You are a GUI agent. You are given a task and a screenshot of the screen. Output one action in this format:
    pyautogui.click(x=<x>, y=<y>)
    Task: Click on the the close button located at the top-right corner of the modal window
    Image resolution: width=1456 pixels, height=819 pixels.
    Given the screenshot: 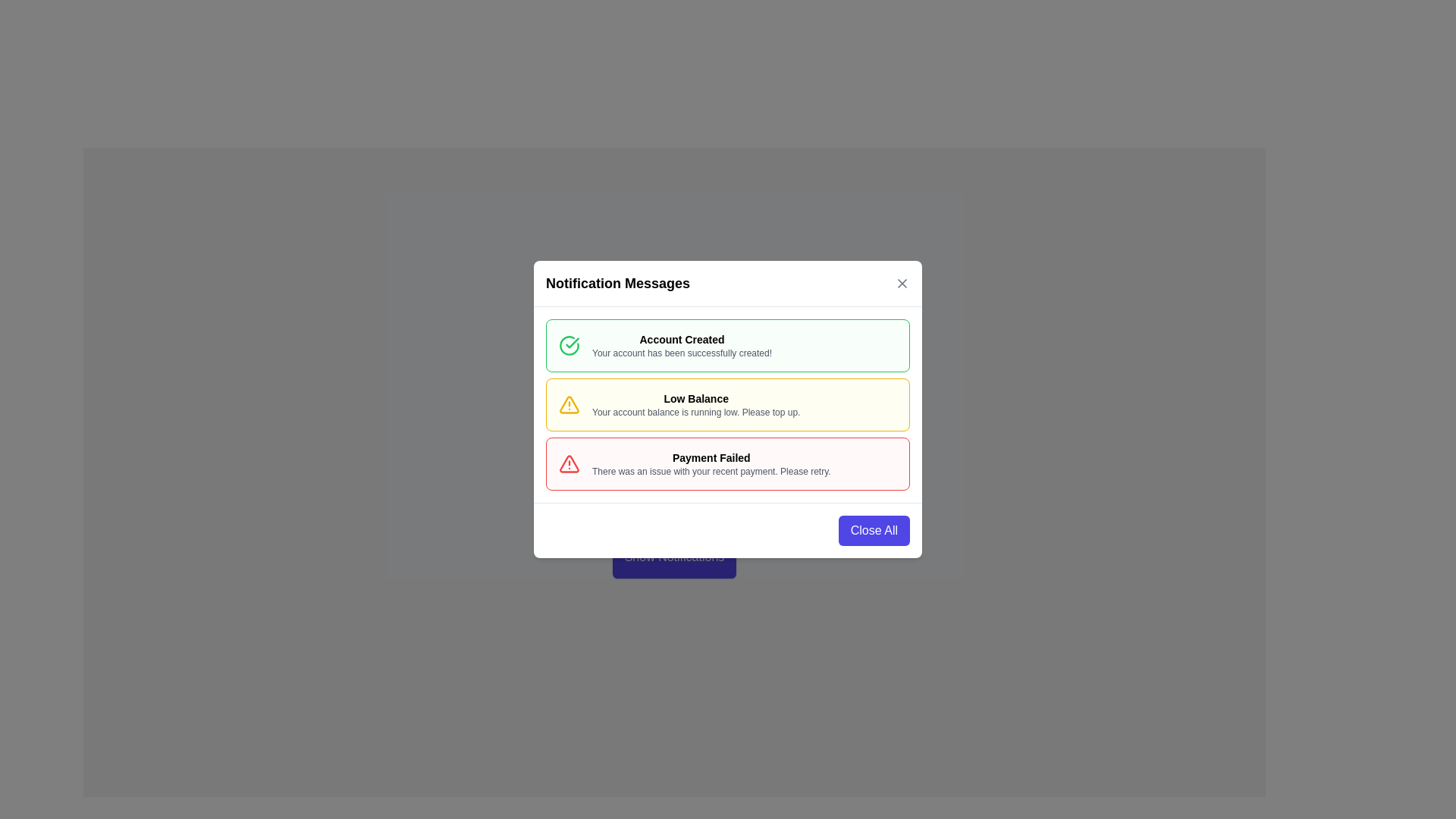 What is the action you would take?
    pyautogui.click(x=902, y=284)
    